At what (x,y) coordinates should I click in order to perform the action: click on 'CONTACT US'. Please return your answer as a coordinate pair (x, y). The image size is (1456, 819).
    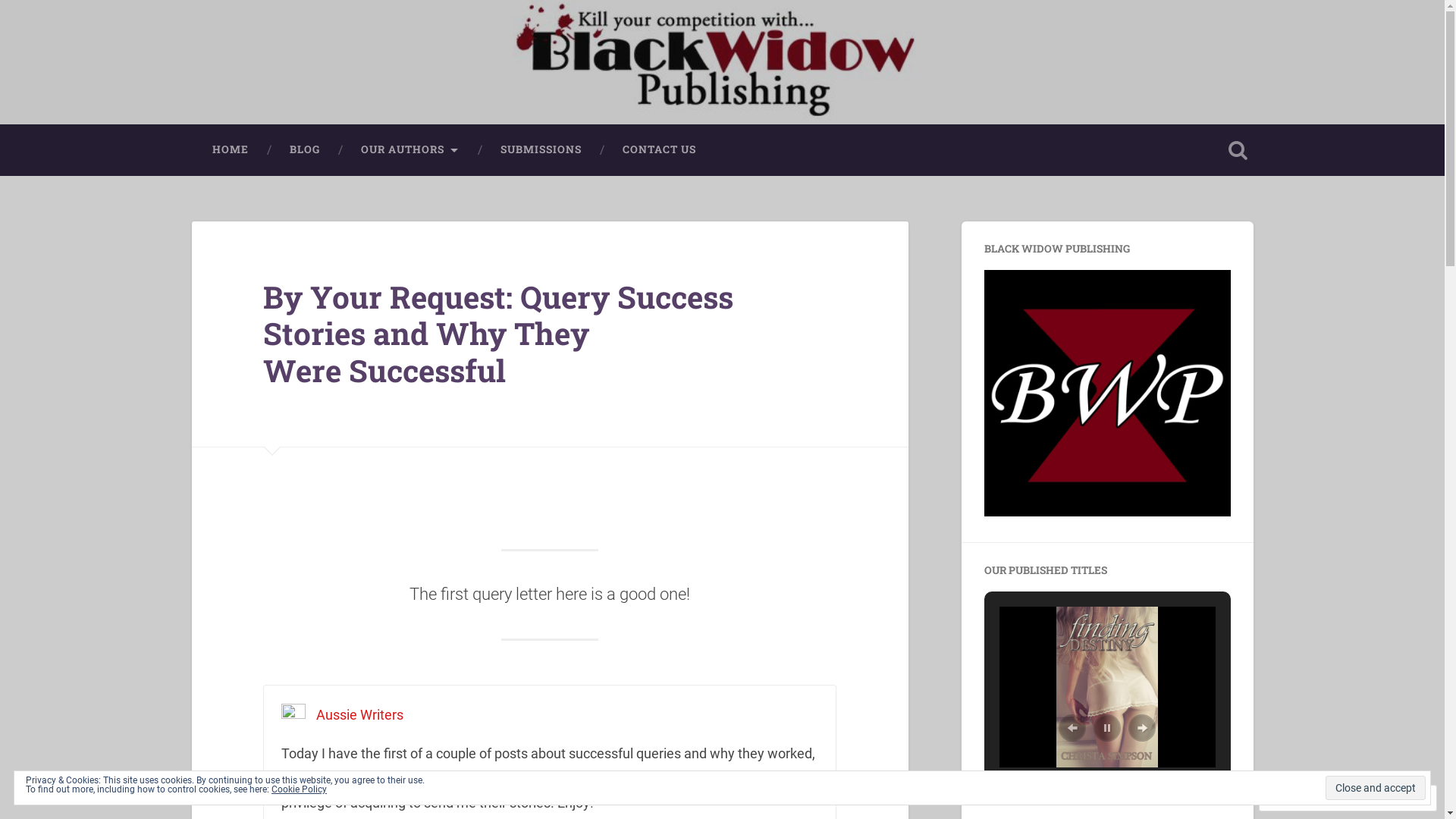
    Looking at the image, I should click on (601, 149).